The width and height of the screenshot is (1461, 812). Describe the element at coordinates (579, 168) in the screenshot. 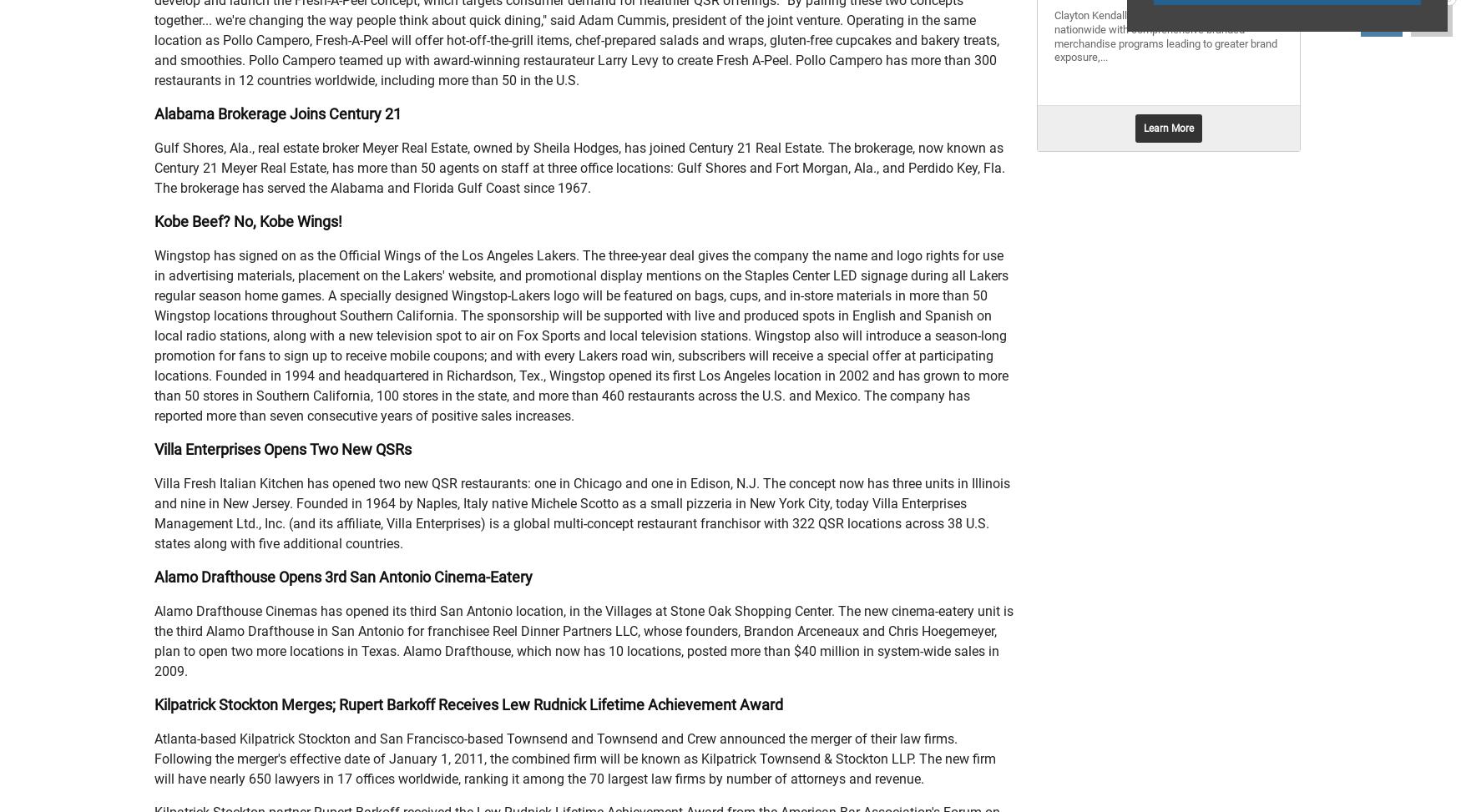

I see `'Gulf Shores, Ala., real estate broker Meyer Real Estate, owned by Sheila Hodges, has joined Century 21 Real Estate. The brokerage, now known as Century 21 Meyer Real Estate, has more than 50 agents on staff at three office locations: Gulf Shores and Fort Morgan, Ala., and Perdido Key, Fla. The brokerage has served the Alabama and Florida Gulf Coast since 1967.'` at that location.